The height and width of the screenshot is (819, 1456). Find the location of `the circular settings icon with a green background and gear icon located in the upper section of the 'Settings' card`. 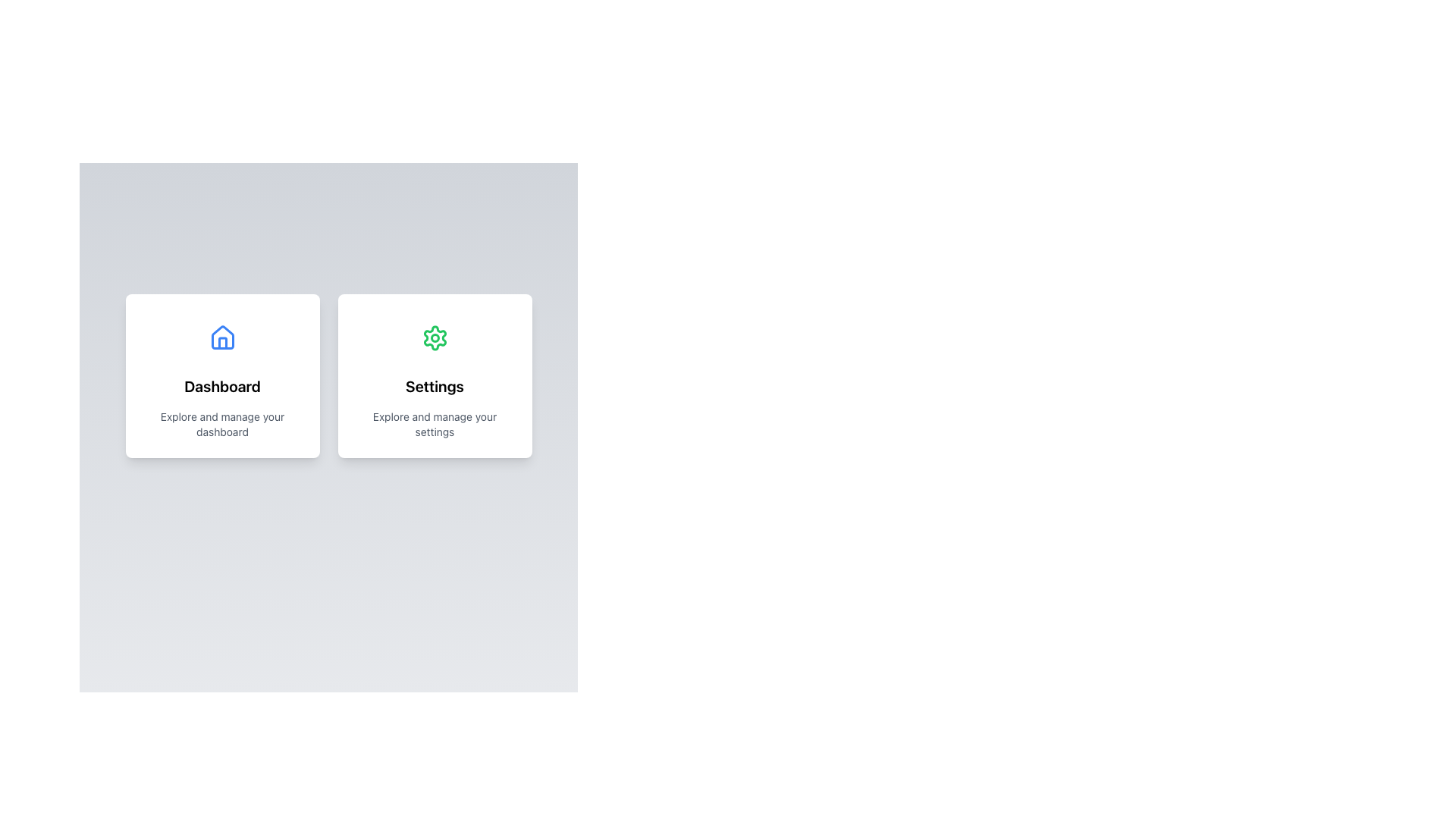

the circular settings icon with a green background and gear icon located in the upper section of the 'Settings' card is located at coordinates (434, 337).